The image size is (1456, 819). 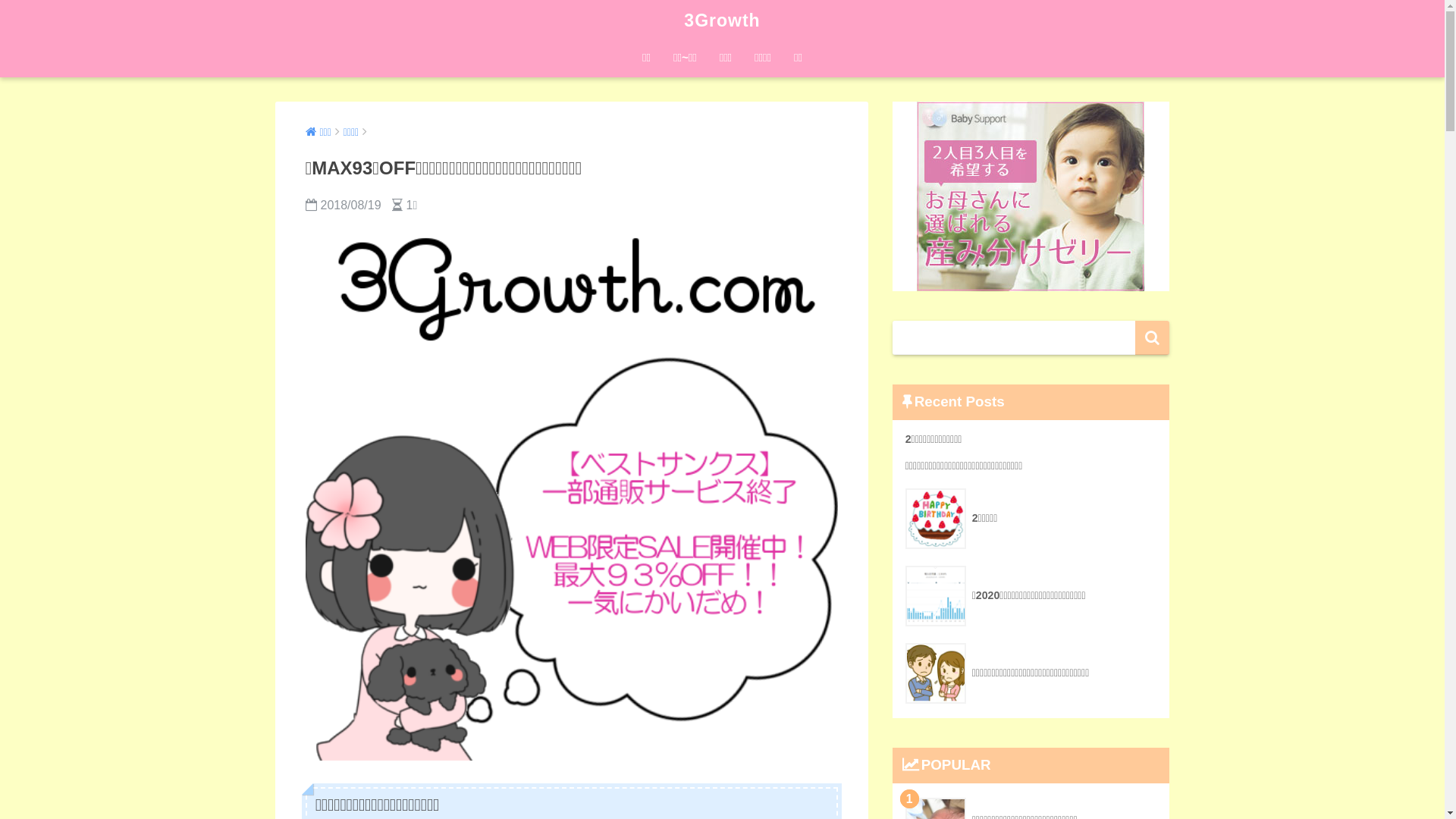 I want to click on '3Growth', so click(x=720, y=20).